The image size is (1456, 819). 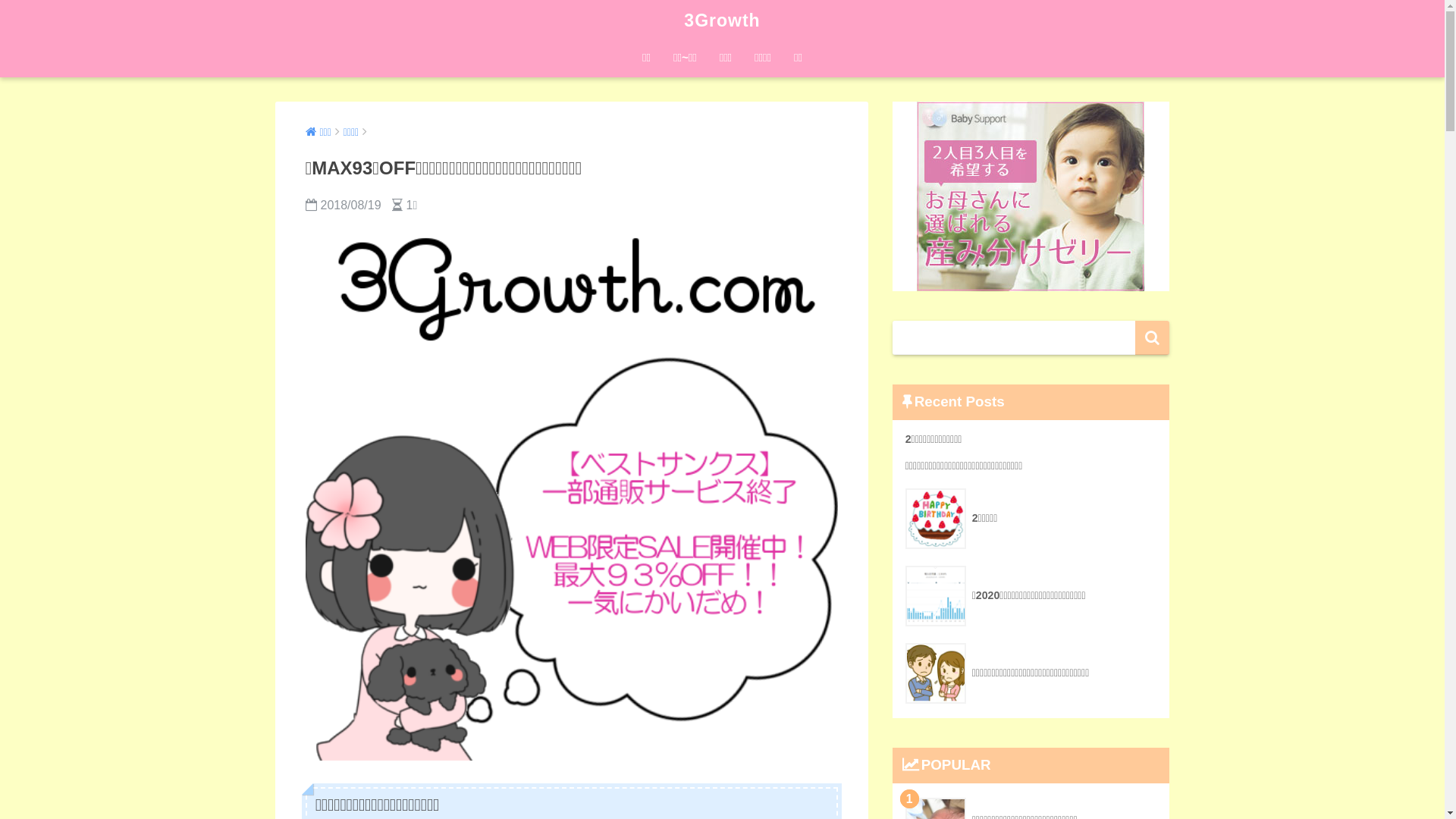 I want to click on '3Growth', so click(x=720, y=20).